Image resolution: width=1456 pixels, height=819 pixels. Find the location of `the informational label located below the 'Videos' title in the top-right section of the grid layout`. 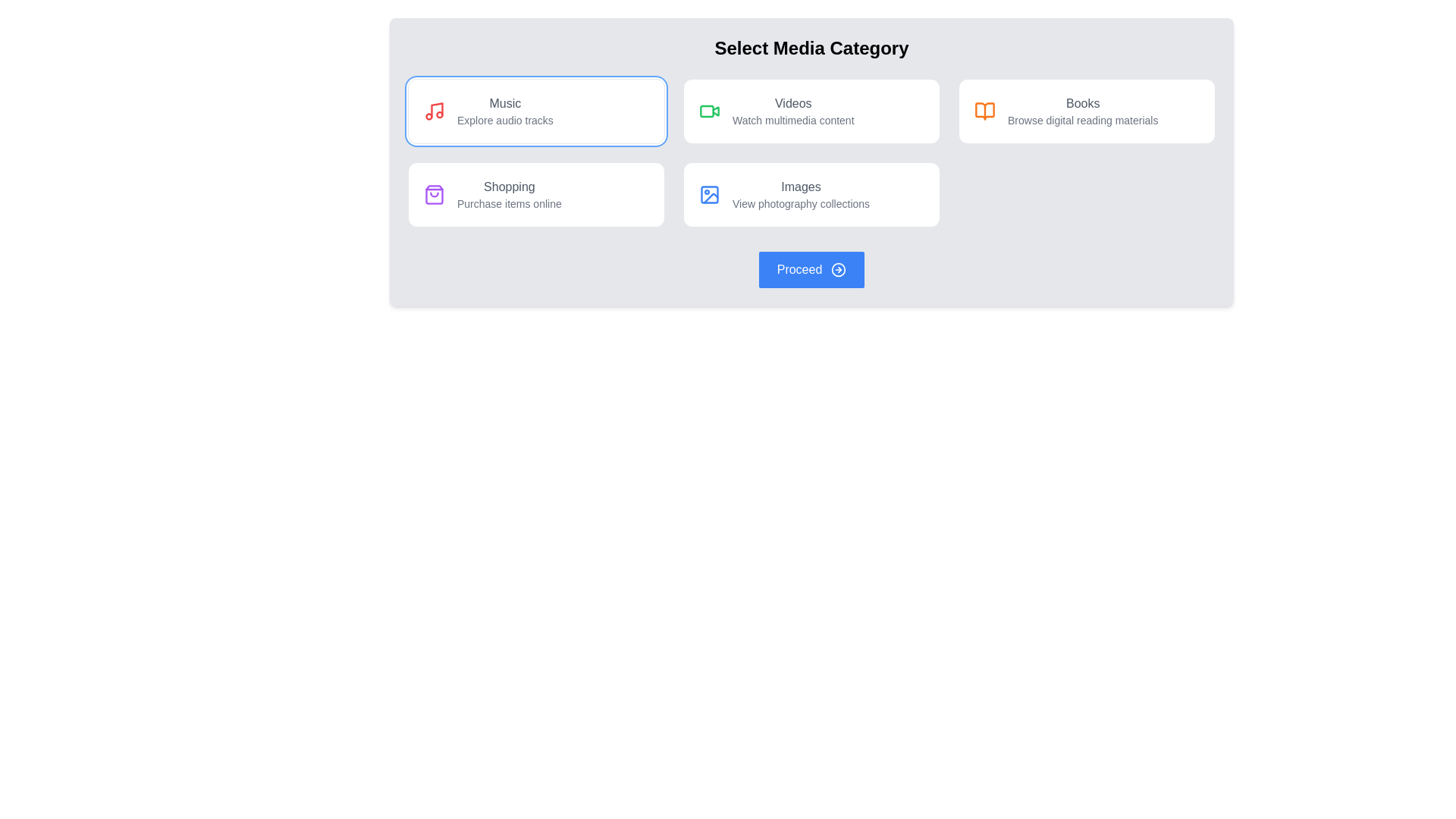

the informational label located below the 'Videos' title in the top-right section of the grid layout is located at coordinates (792, 119).